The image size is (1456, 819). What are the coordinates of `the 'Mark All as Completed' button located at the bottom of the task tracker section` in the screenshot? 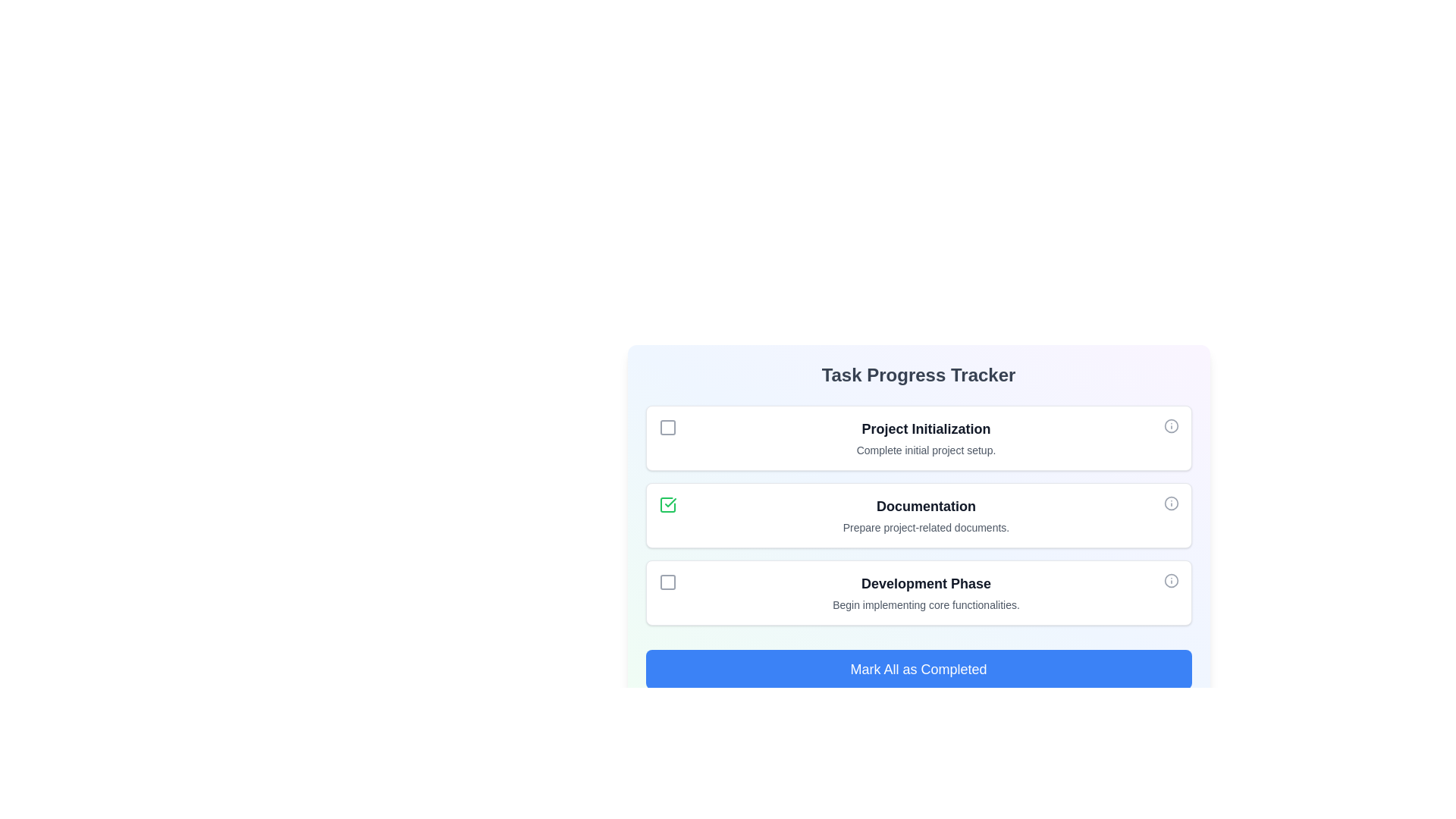 It's located at (918, 669).